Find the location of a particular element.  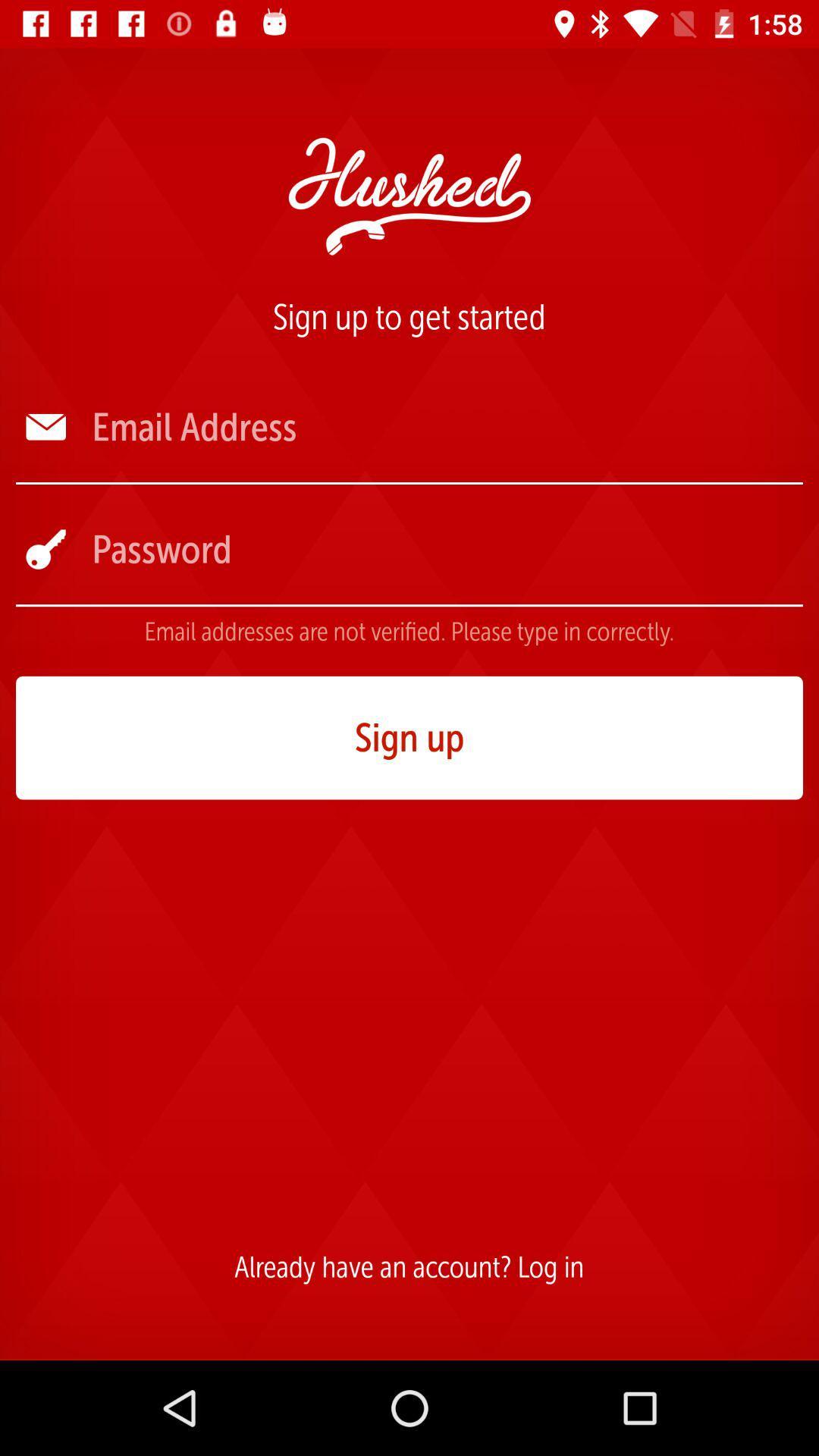

email adress blank bar red is located at coordinates (445, 426).